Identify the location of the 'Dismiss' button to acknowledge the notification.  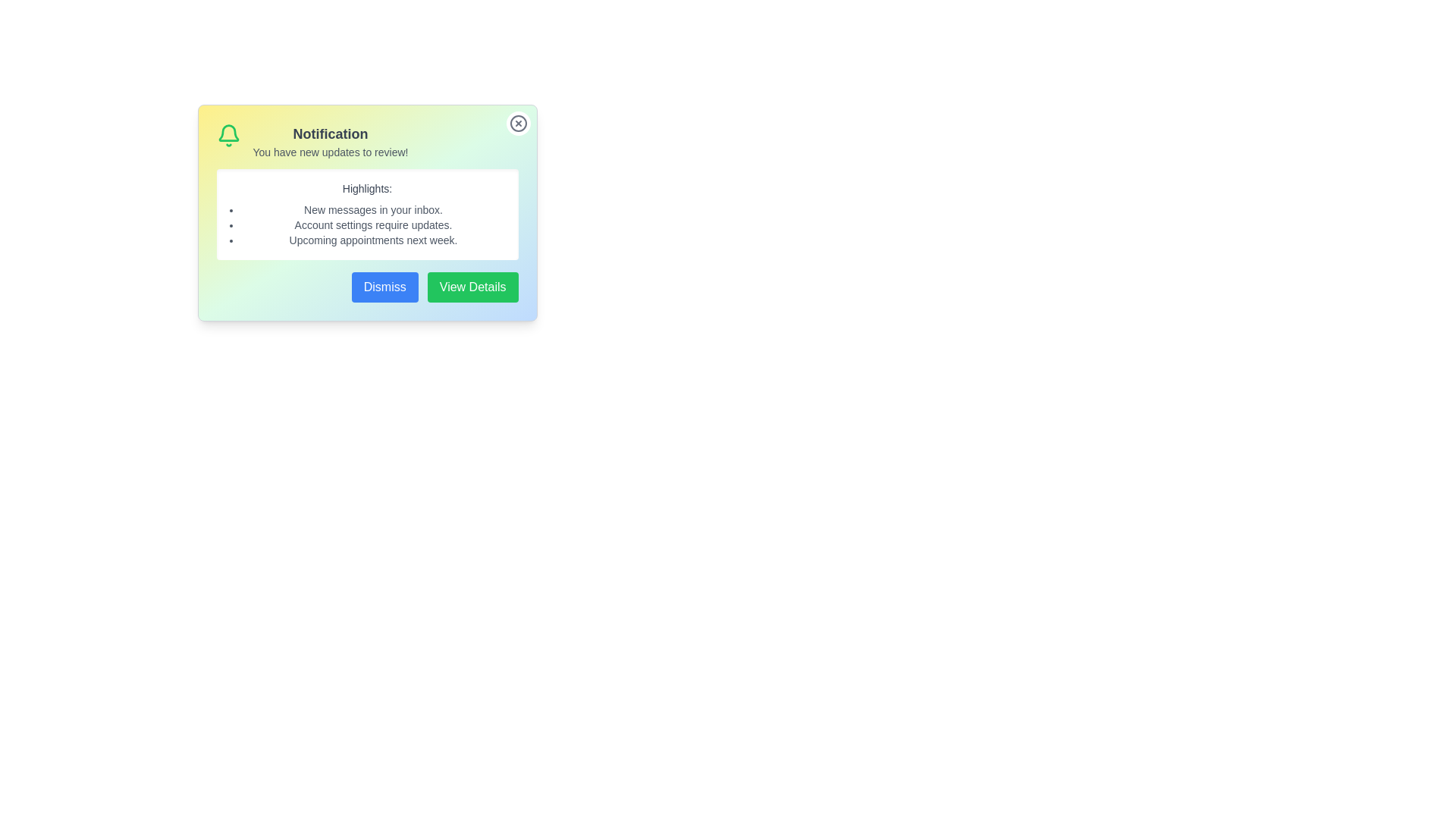
(384, 287).